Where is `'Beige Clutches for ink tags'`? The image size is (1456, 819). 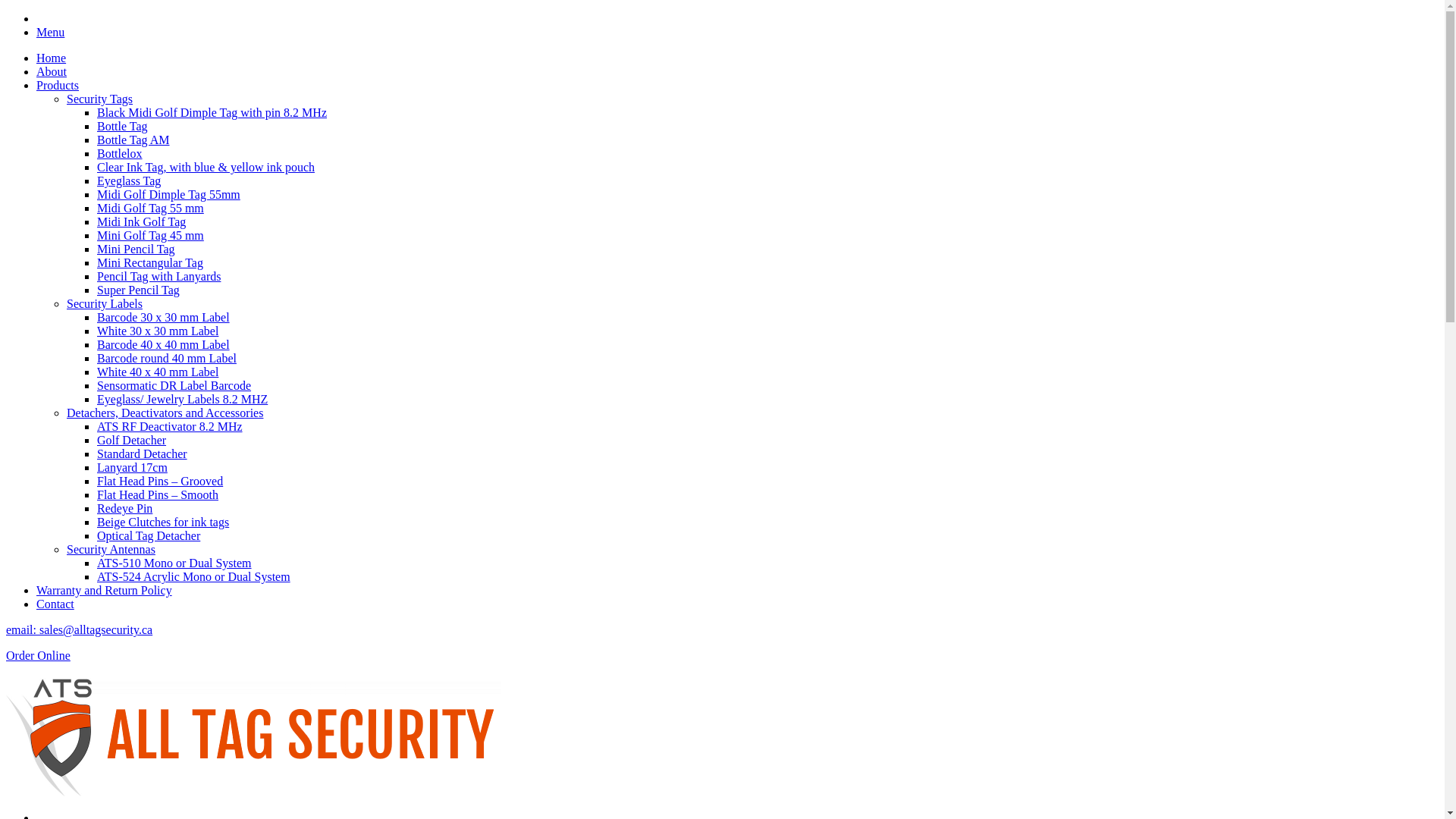
'Beige Clutches for ink tags' is located at coordinates (163, 521).